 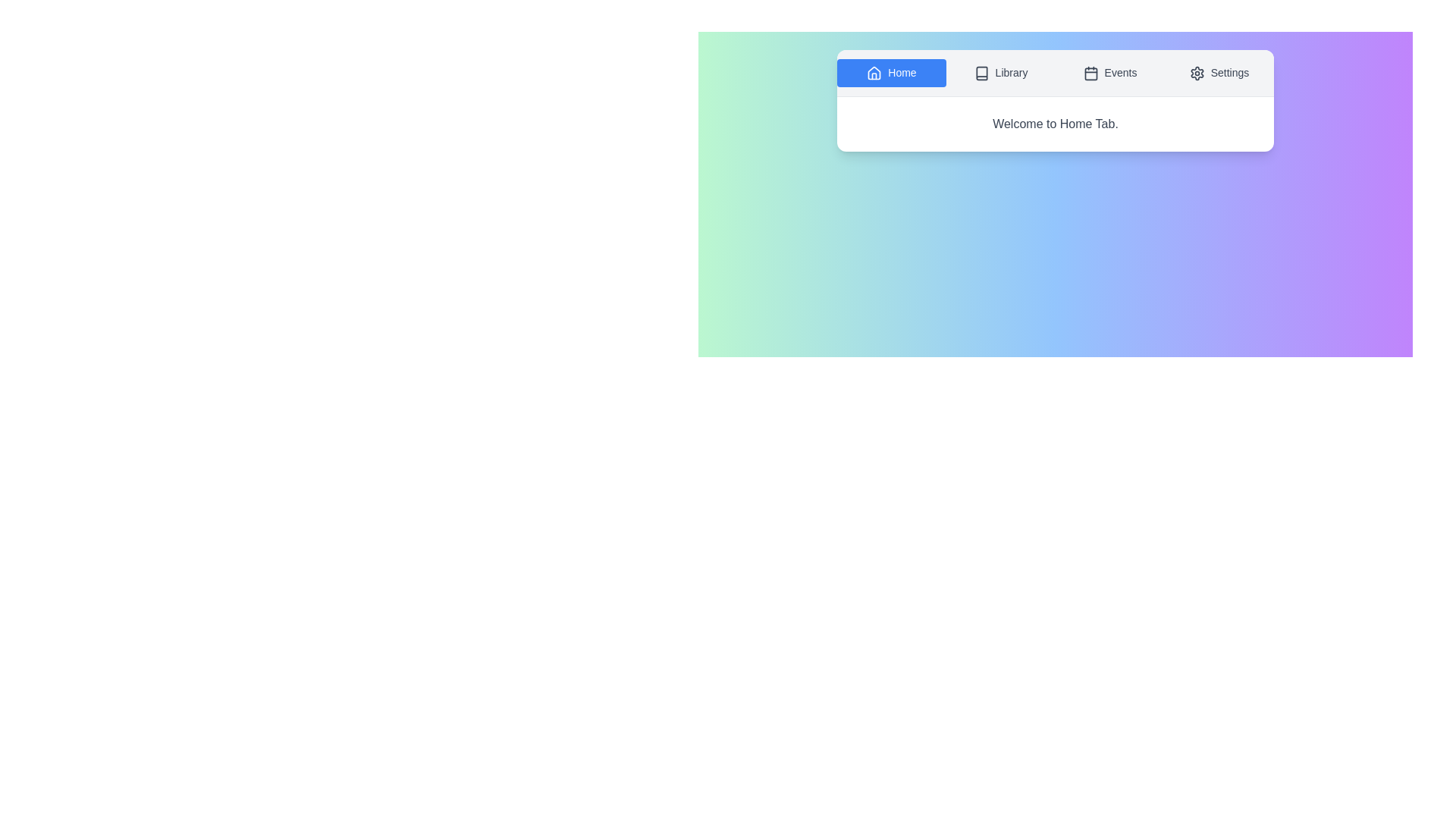 What do you see at coordinates (1121, 73) in the screenshot?
I see `the 'Events' label in the navigation menu, which is the fourth item in the horizontal navigation bar, located between the calendar icon and the 'Settings' button` at bounding box center [1121, 73].